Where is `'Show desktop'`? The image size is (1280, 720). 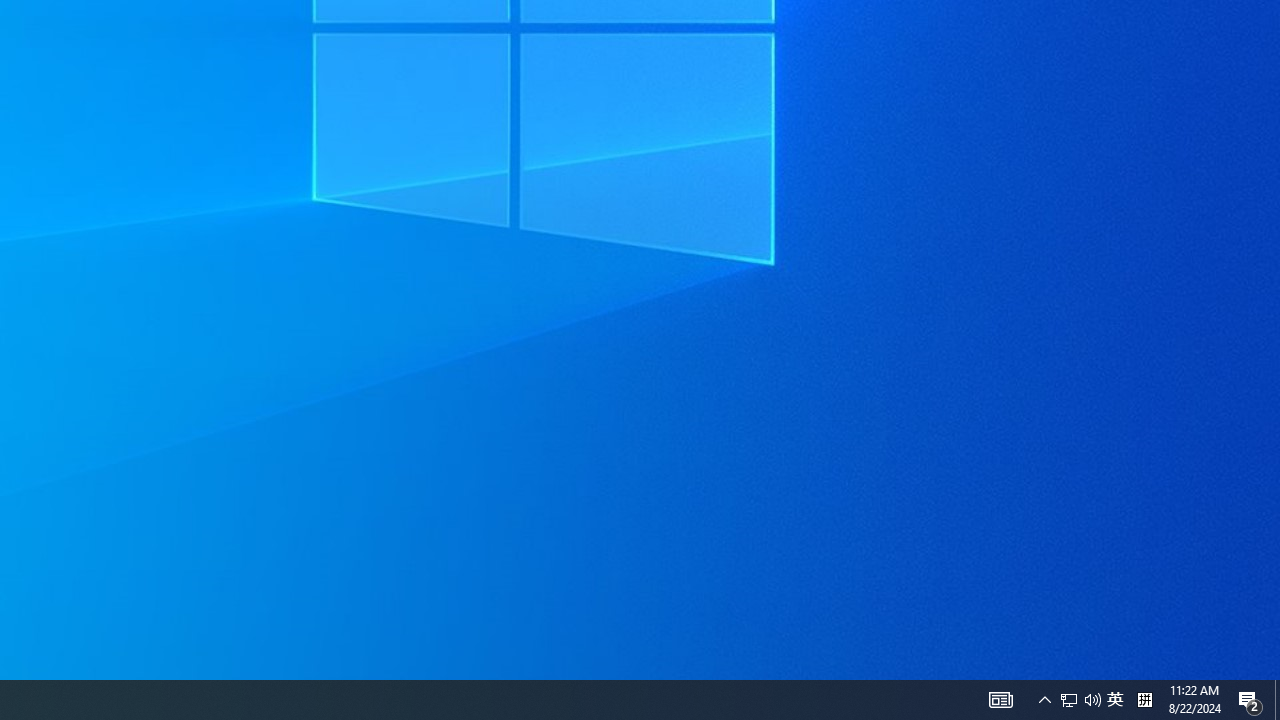 'Show desktop' is located at coordinates (1276, 698).